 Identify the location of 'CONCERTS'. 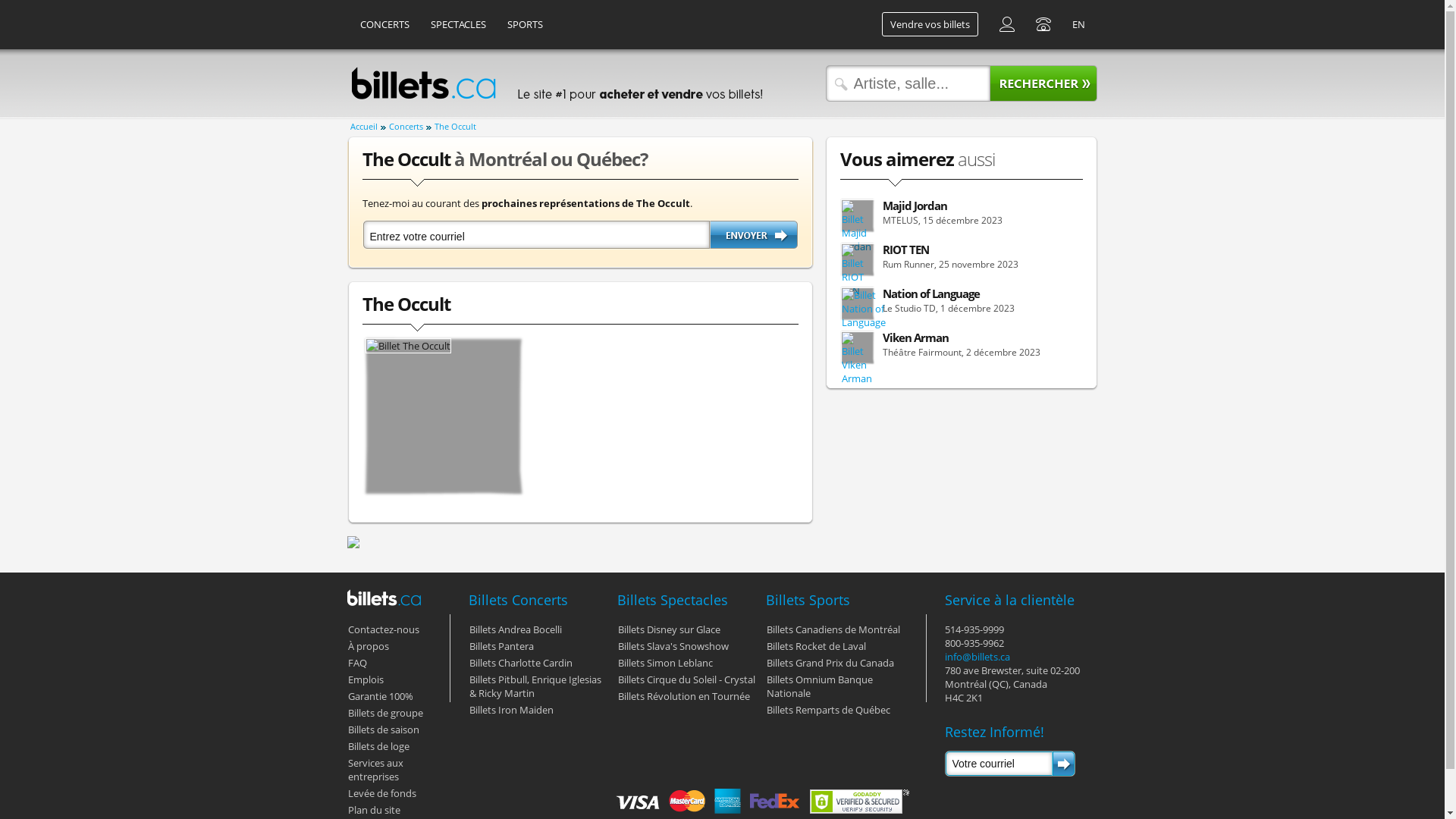
(384, 24).